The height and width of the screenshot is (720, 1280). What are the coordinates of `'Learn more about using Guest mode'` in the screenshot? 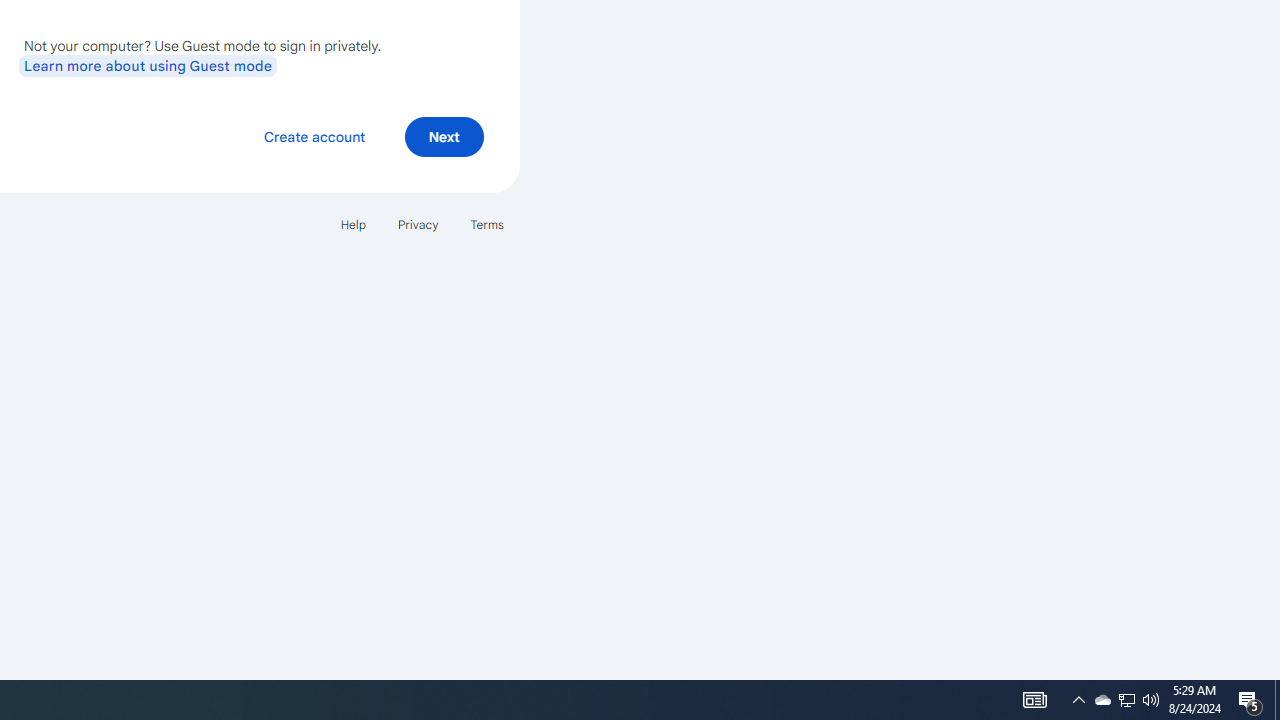 It's located at (147, 64).